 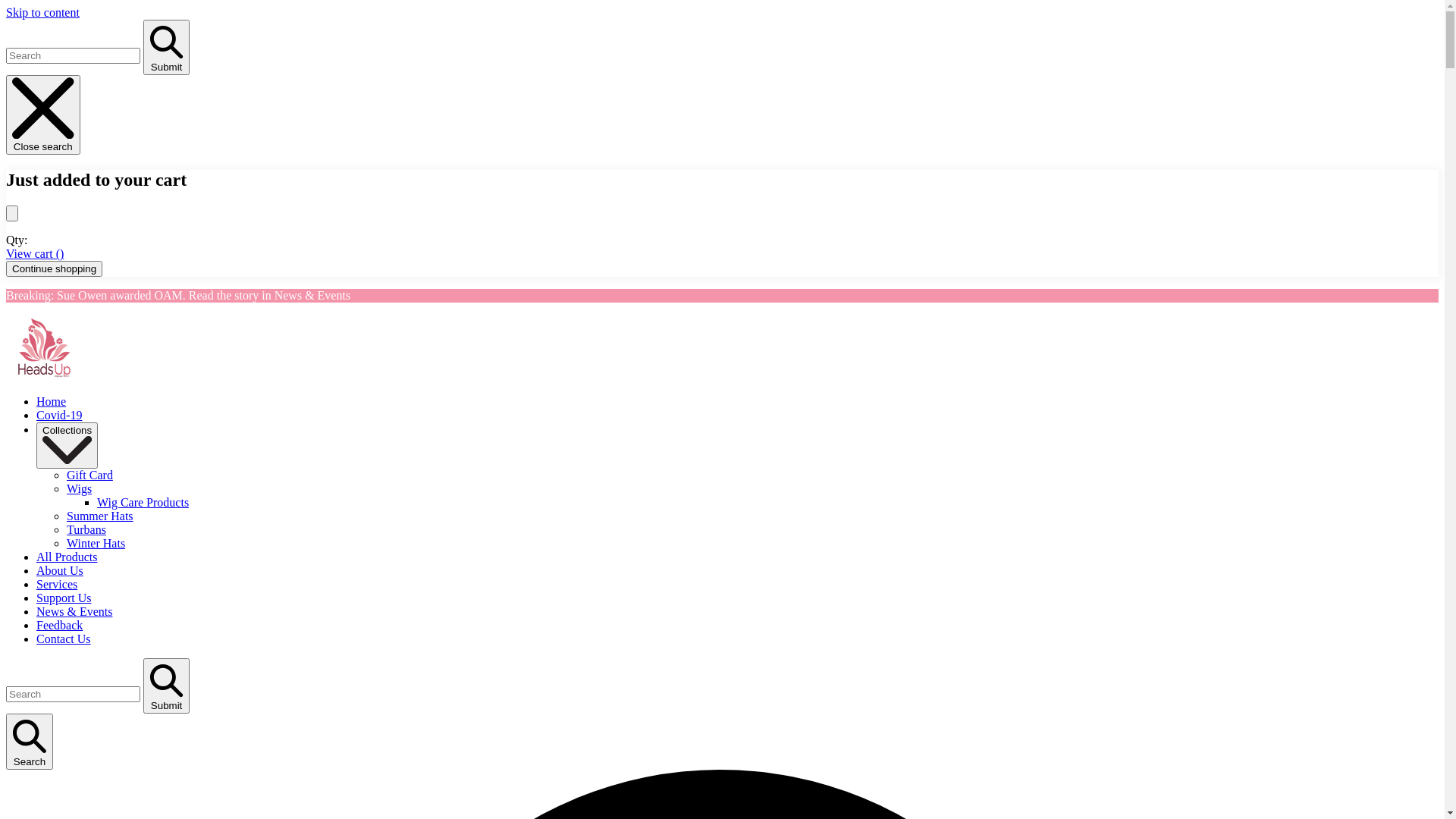 What do you see at coordinates (57, 583) in the screenshot?
I see `'Services'` at bounding box center [57, 583].